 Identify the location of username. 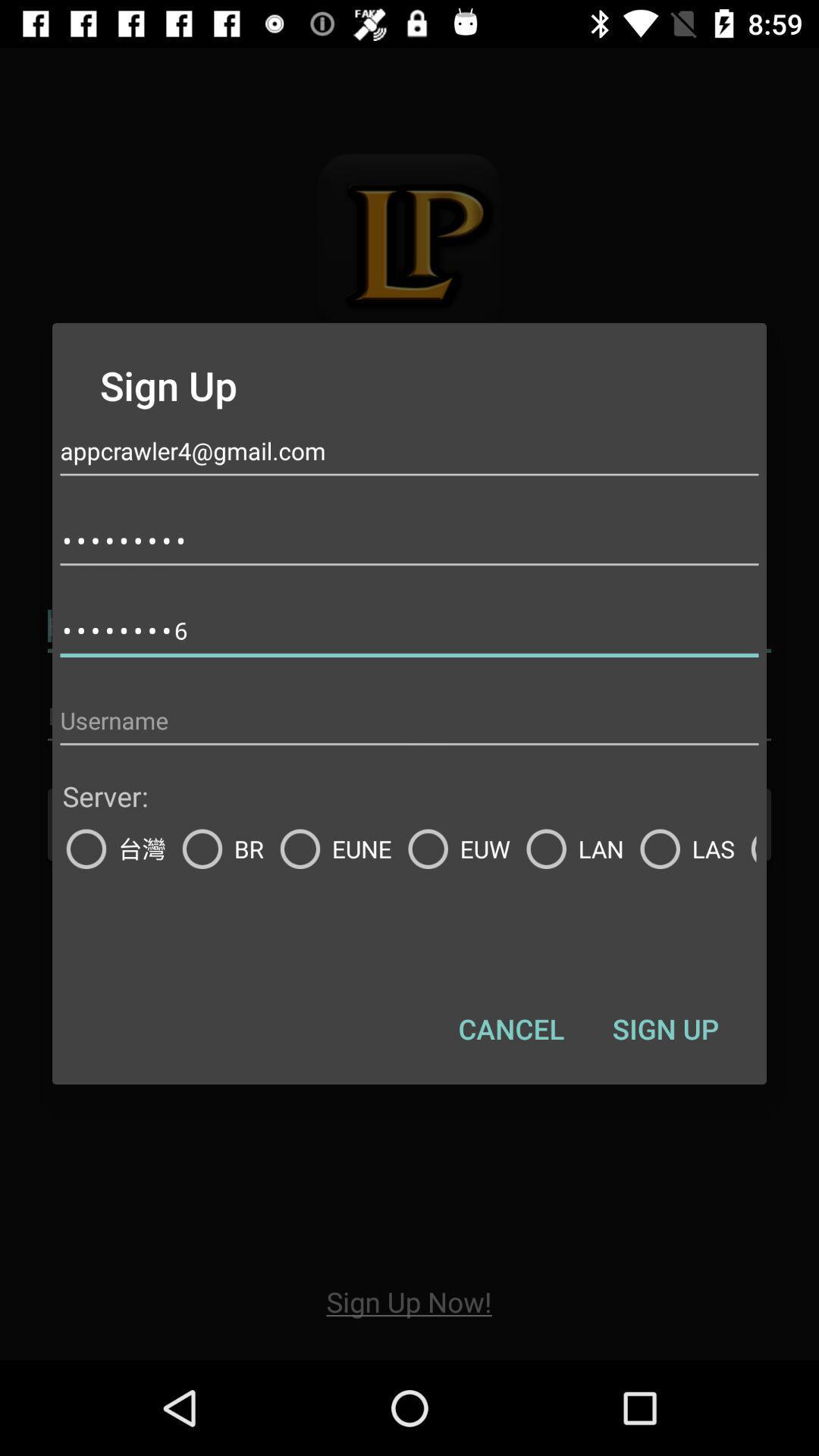
(409, 720).